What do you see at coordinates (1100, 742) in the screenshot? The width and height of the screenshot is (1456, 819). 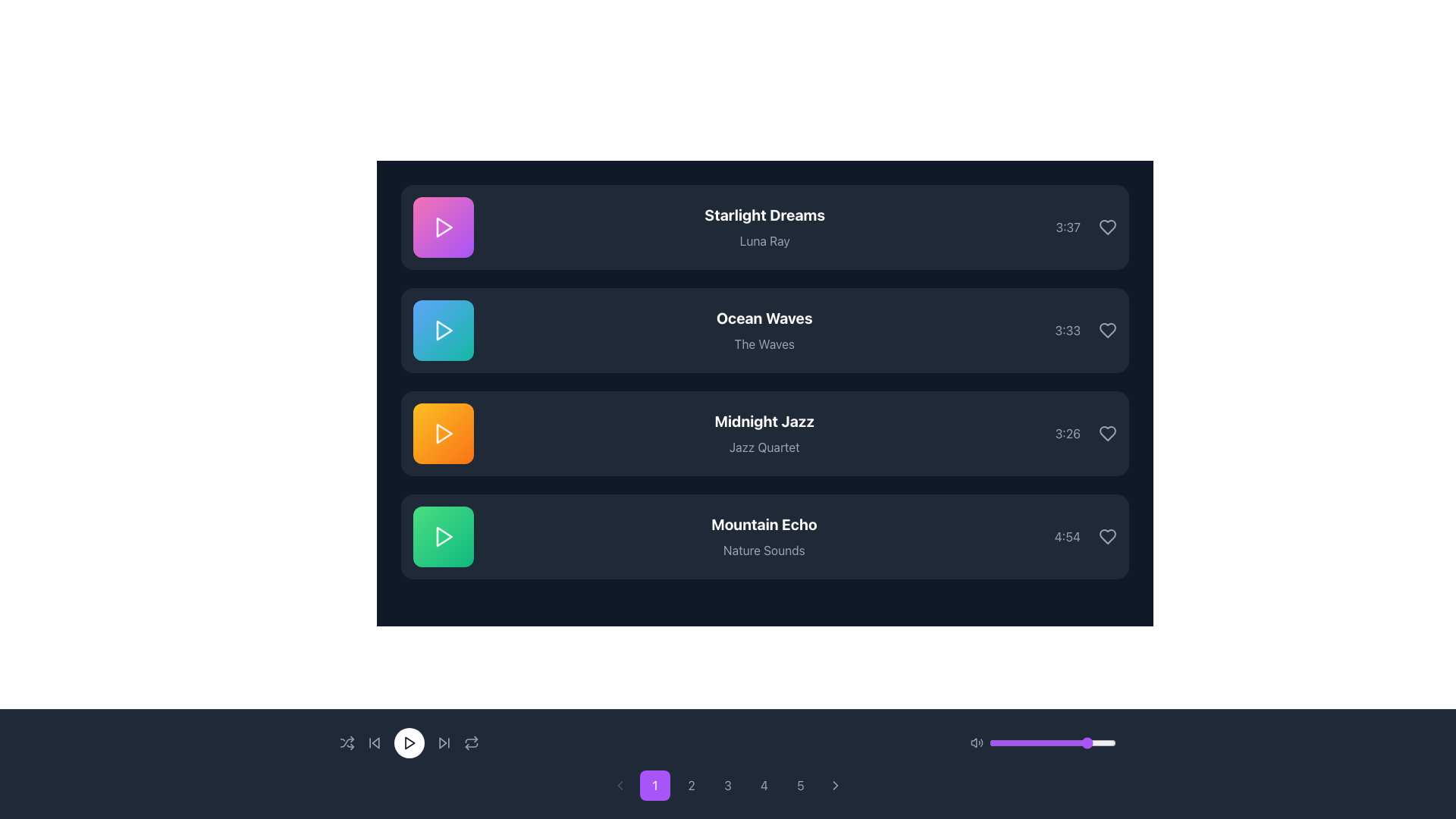 I see `the slider` at bounding box center [1100, 742].